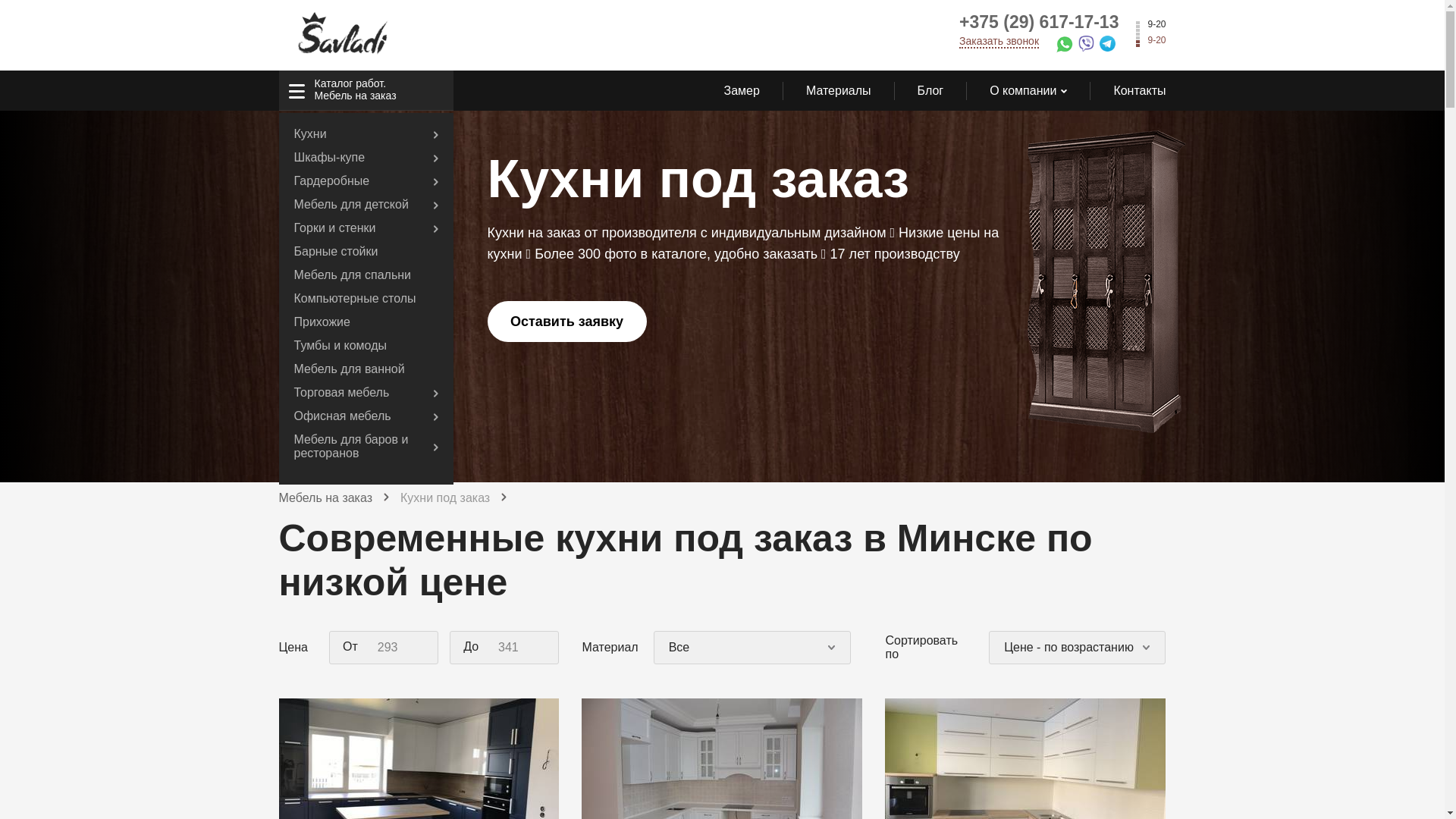 Image resolution: width=1456 pixels, height=819 pixels. What do you see at coordinates (1088, 45) in the screenshot?
I see `'viber'` at bounding box center [1088, 45].